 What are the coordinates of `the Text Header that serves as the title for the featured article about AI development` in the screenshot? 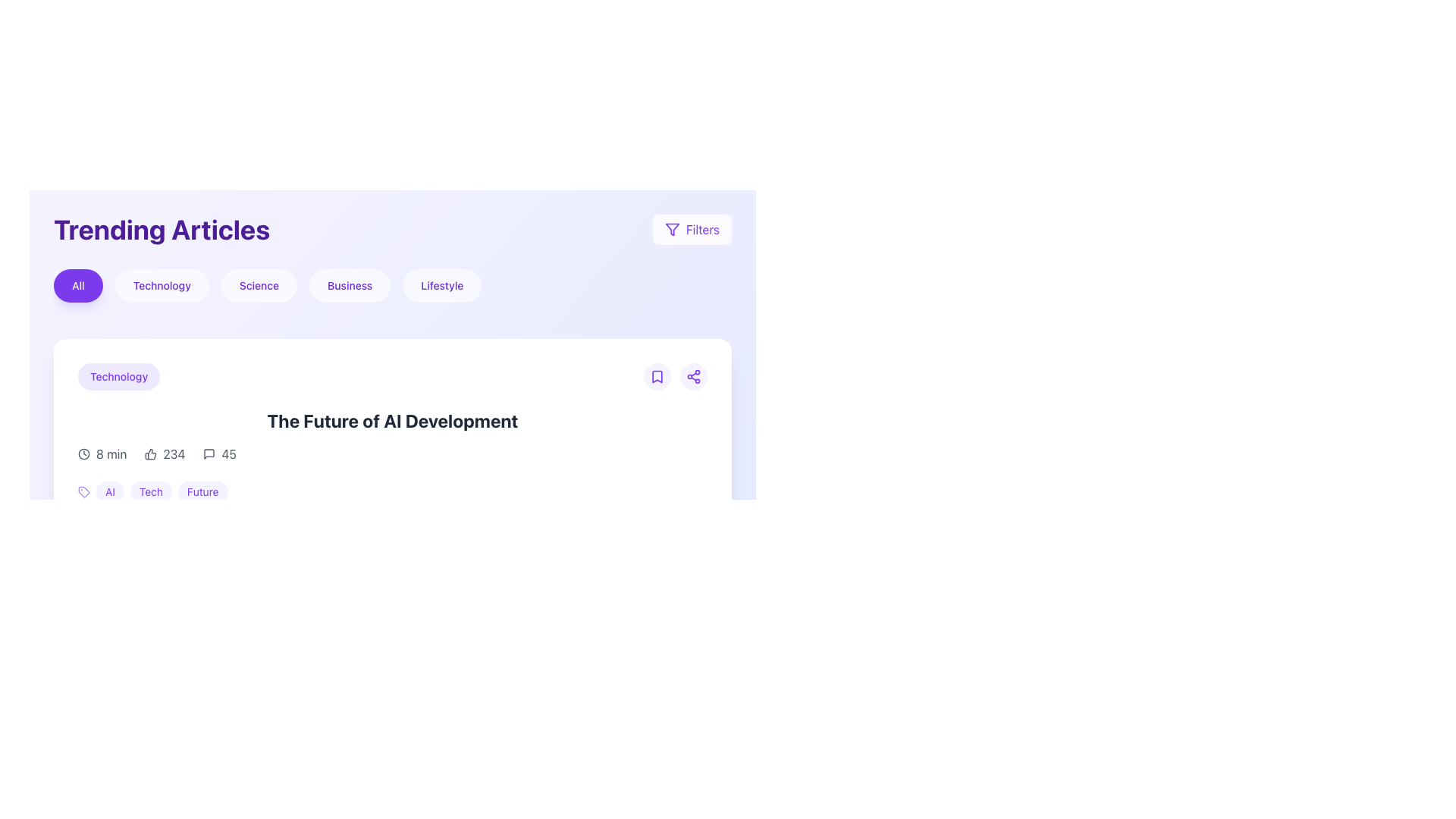 It's located at (393, 421).